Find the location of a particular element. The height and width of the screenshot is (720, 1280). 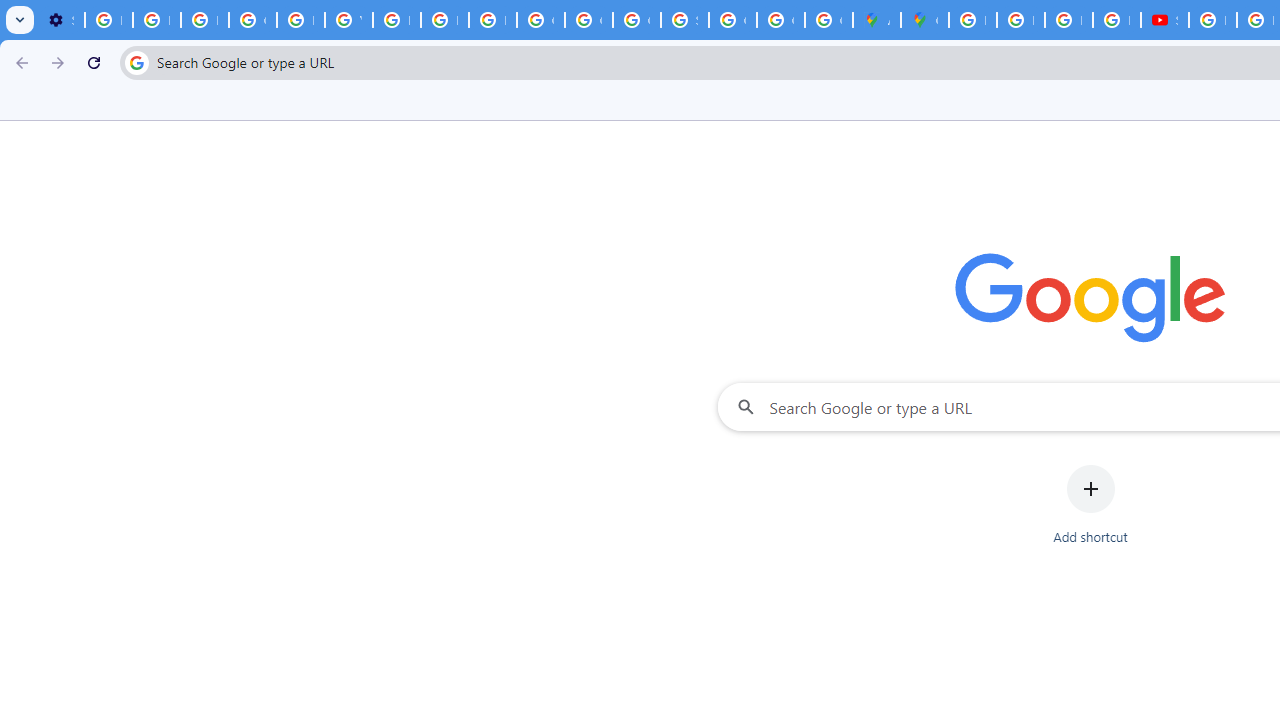

'Delete photos & videos - Computer - Google Photos Help' is located at coordinates (107, 20).